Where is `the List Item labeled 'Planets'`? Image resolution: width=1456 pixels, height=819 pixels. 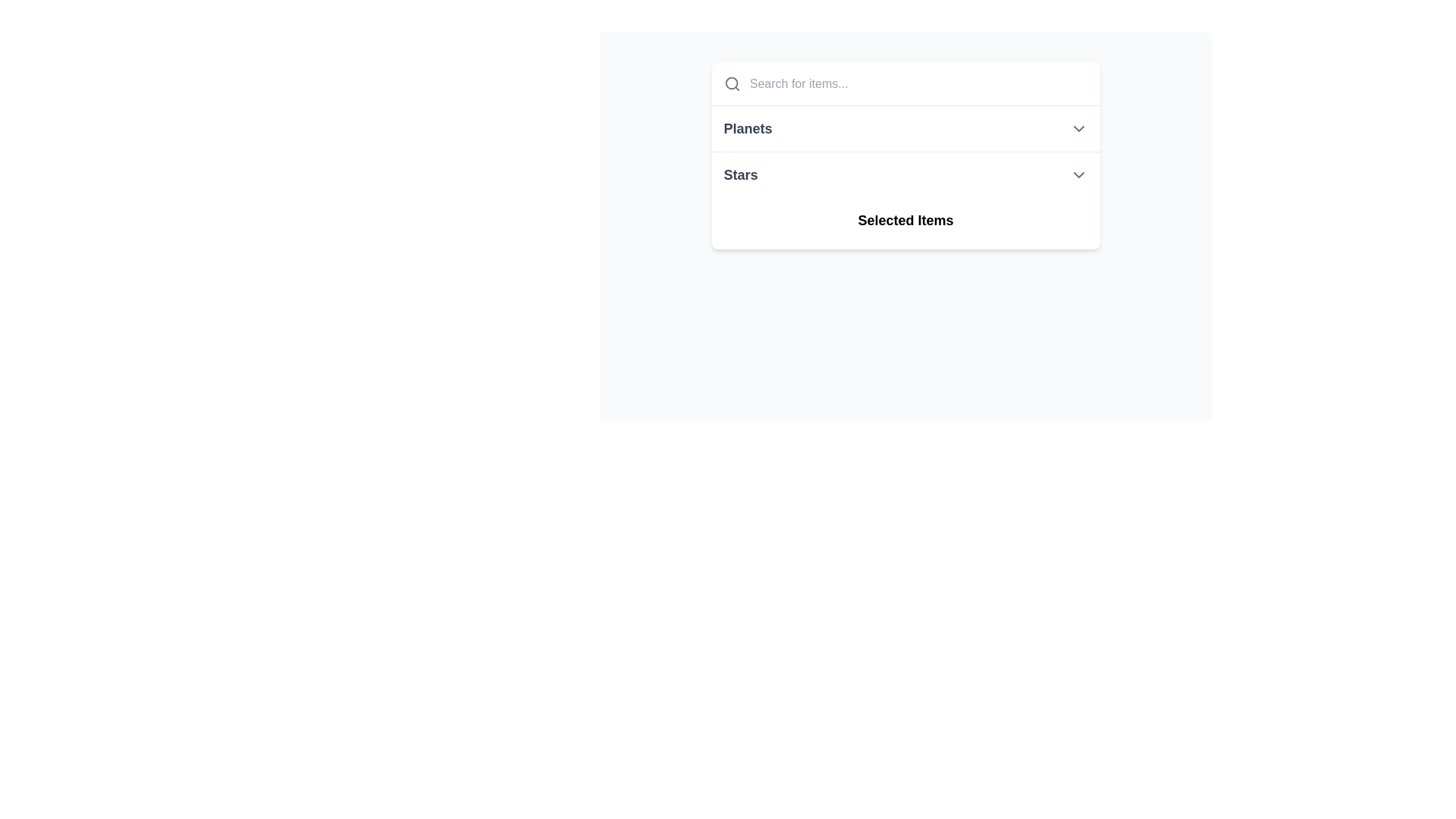
the List Item labeled 'Planets' is located at coordinates (905, 127).